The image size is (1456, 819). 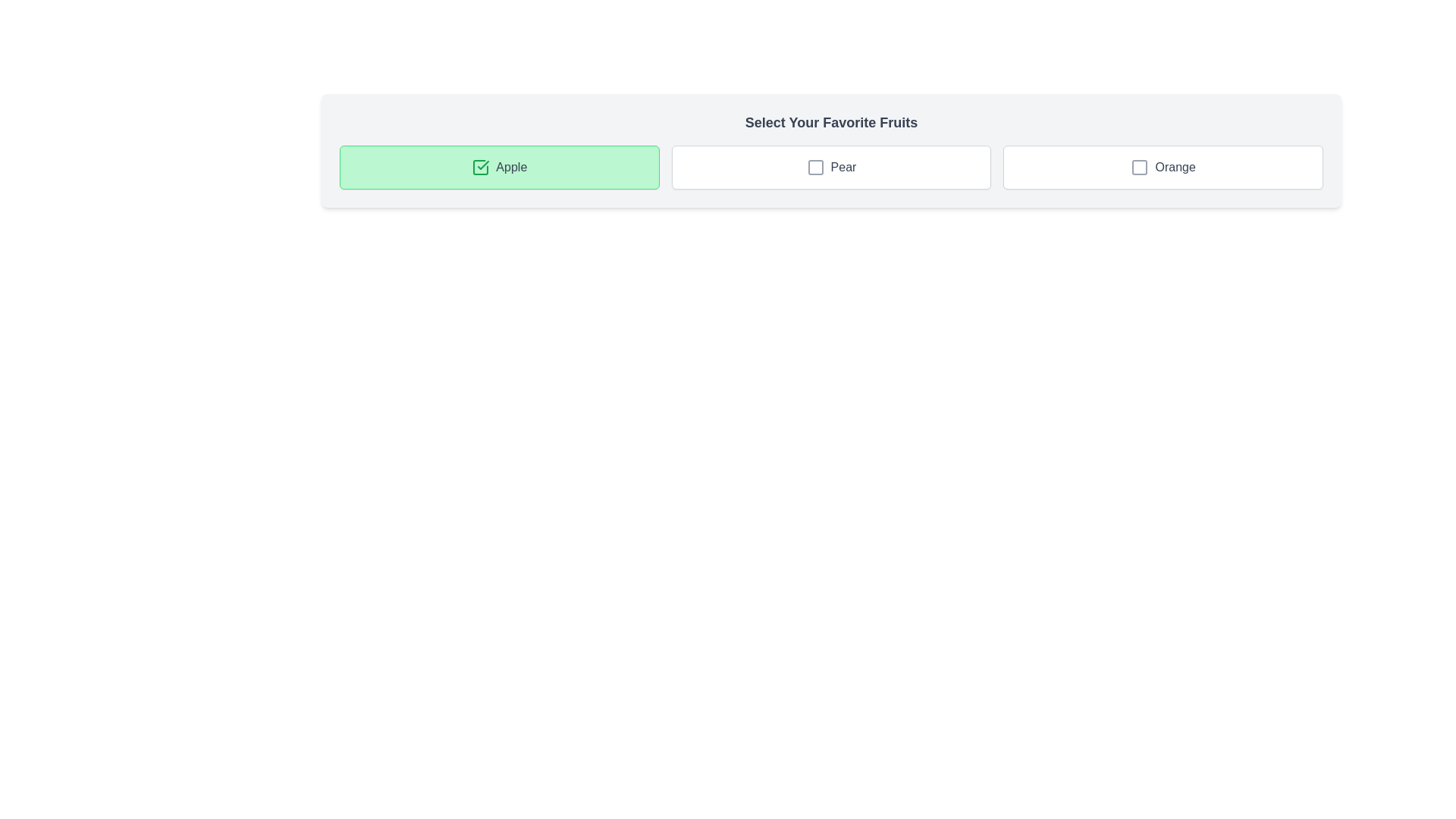 I want to click on the bold text header reading 'Select Your Favorite Fruits', which is displayed in a large font size and dark gray color, located at the top-center of a light gray rounded rectangle card, so click(x=830, y=122).